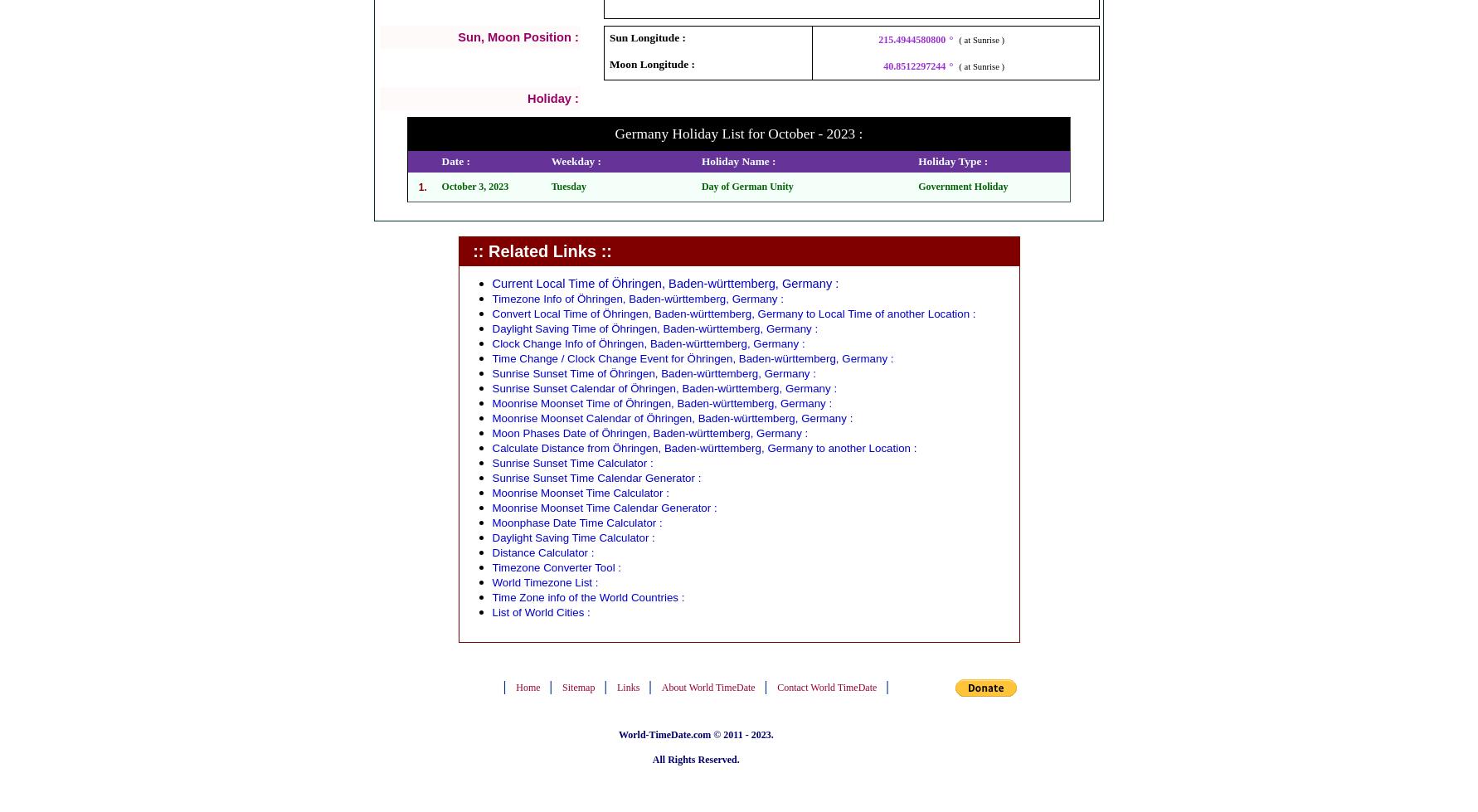 This screenshot has width=1478, height=812. I want to click on 'Time Zone info of the World Countries :', so click(492, 596).